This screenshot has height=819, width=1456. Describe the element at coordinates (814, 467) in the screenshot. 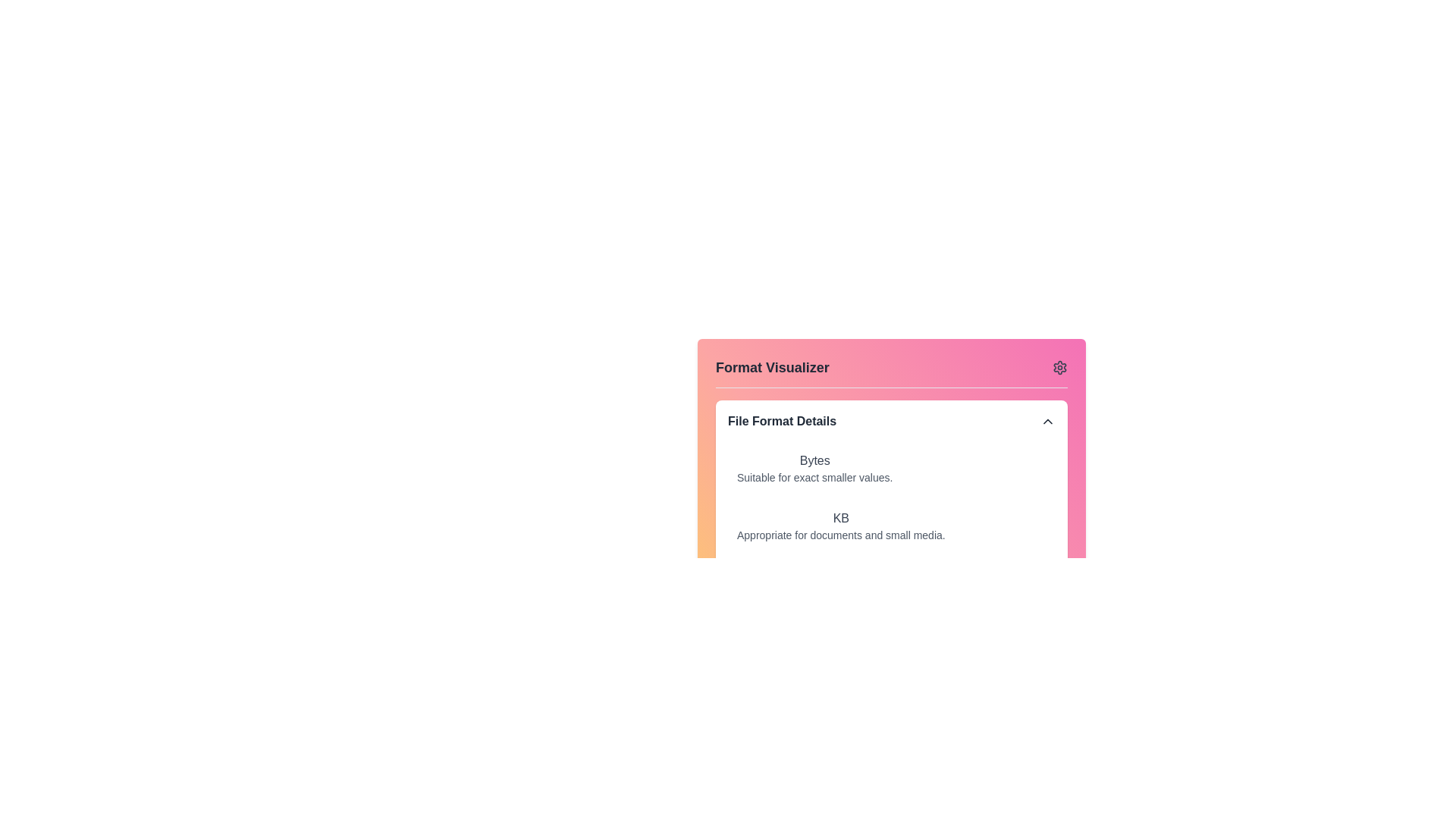

I see `information displayed in the text block titled 'Bytes' which describes its purpose as 'Suitable for exact smaller values.'` at that location.